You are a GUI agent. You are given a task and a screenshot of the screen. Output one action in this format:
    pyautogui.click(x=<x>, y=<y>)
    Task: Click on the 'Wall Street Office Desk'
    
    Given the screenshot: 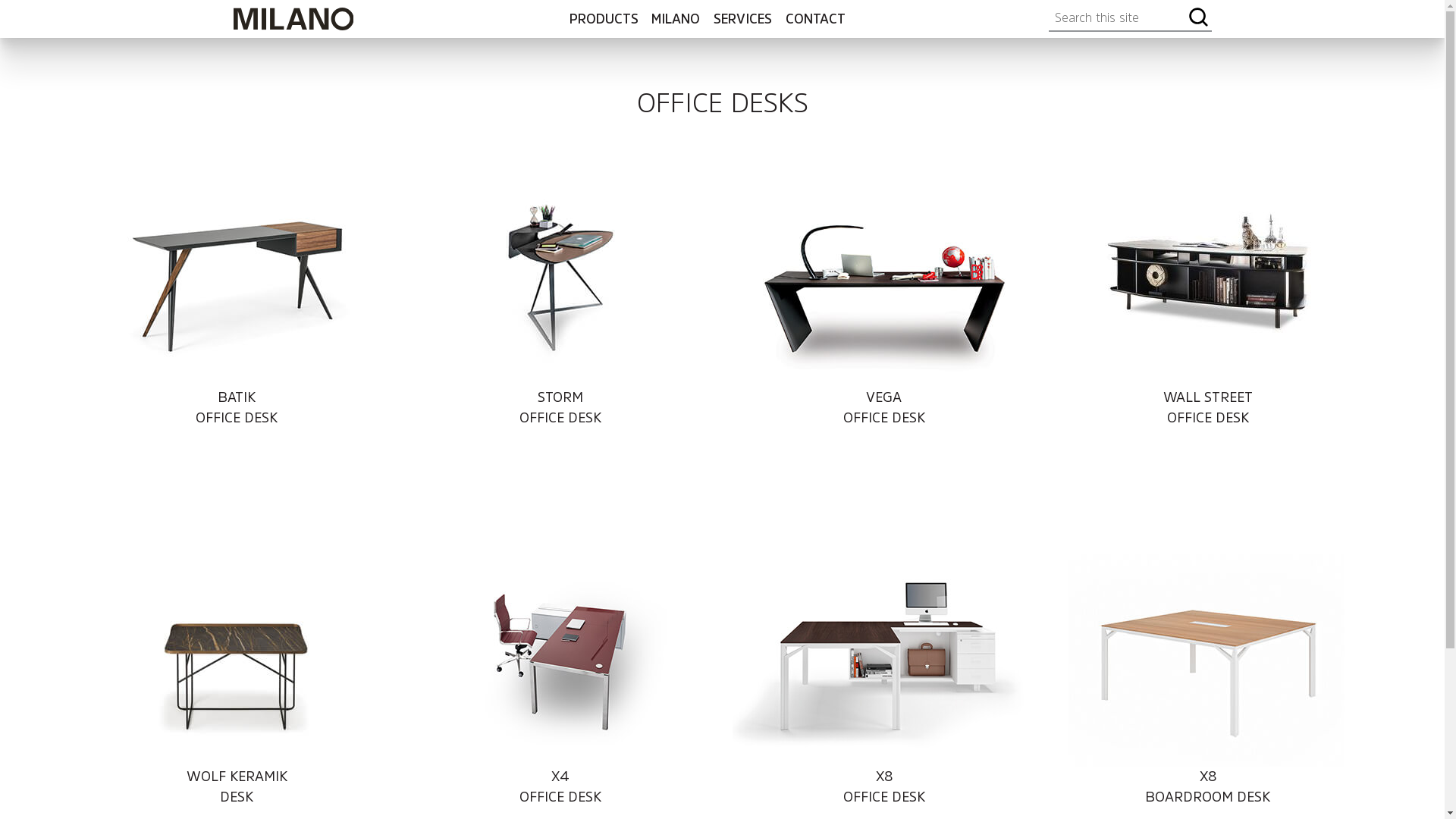 What is the action you would take?
    pyautogui.click(x=1207, y=281)
    